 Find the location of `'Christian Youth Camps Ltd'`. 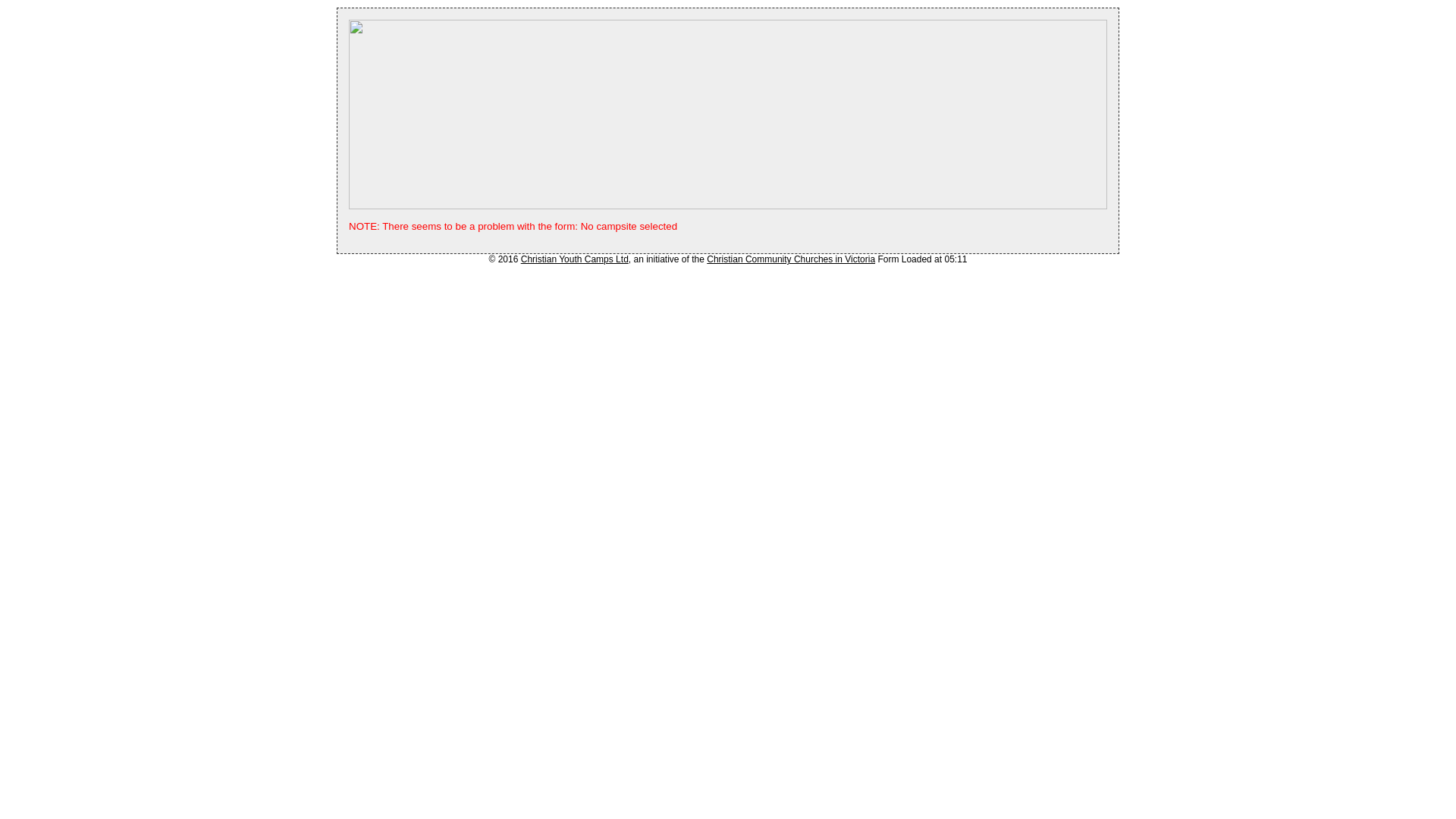

'Christian Youth Camps Ltd' is located at coordinates (520, 259).